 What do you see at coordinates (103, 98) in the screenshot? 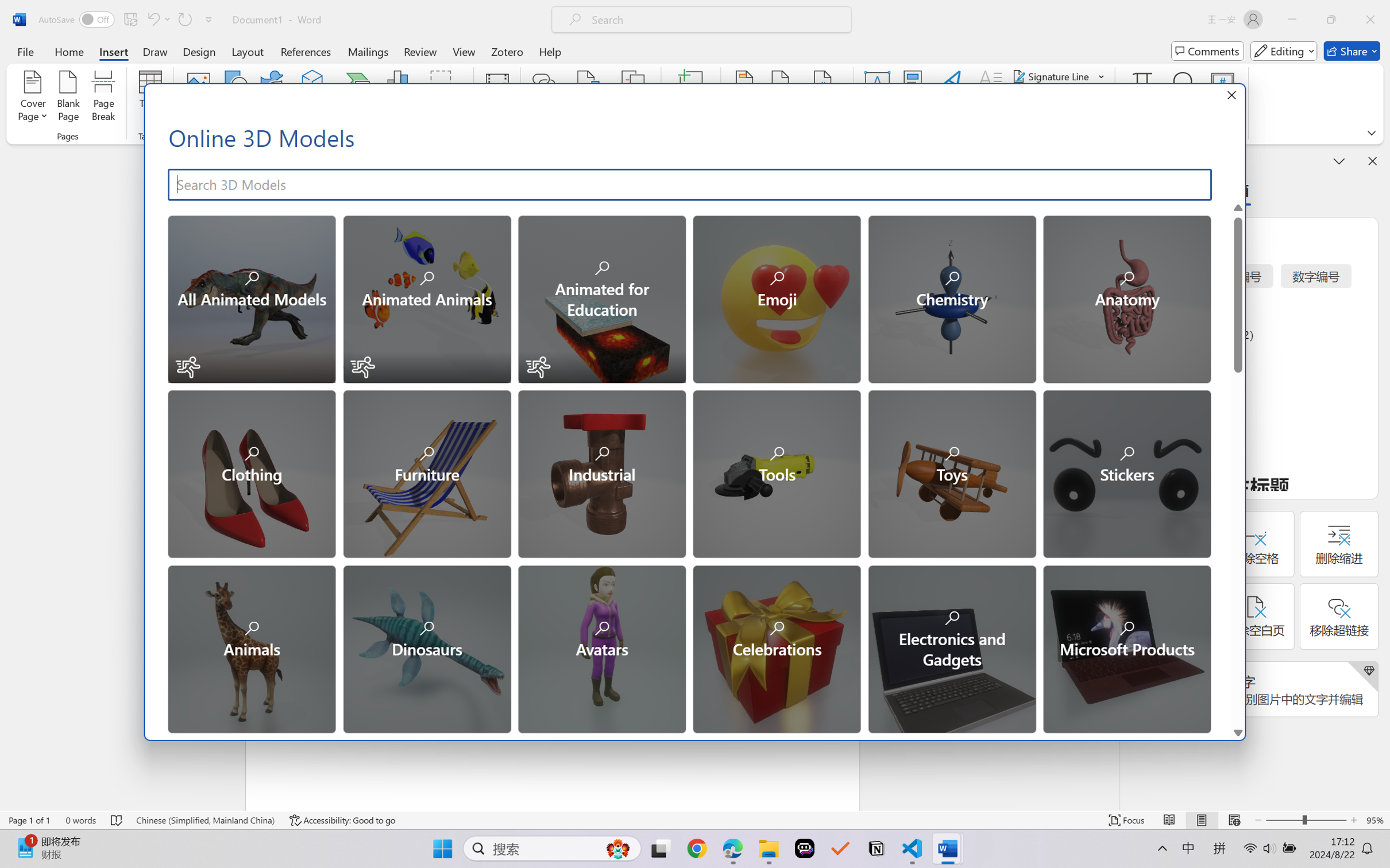
I see `'Page Break'` at bounding box center [103, 98].